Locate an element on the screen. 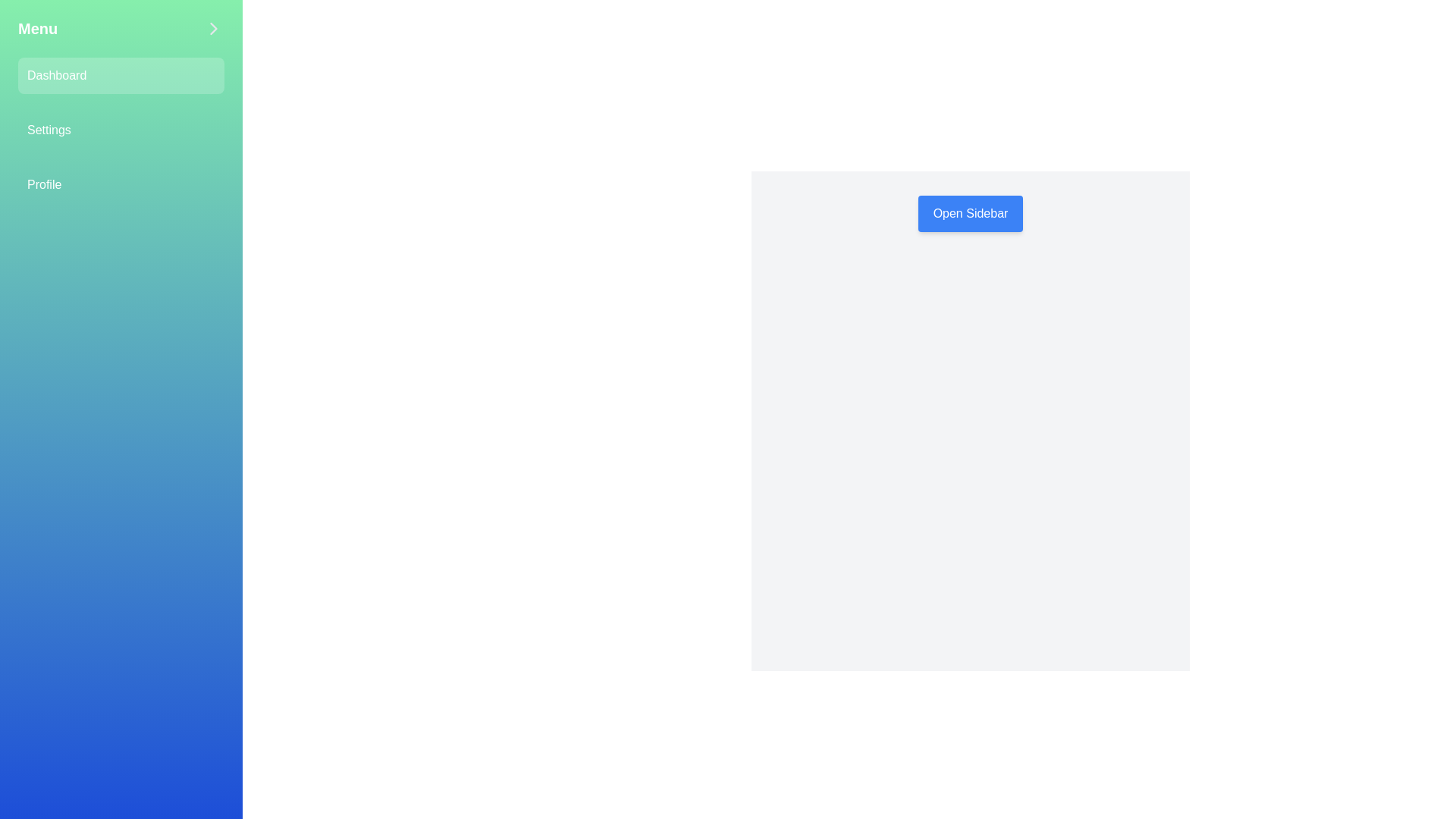  the menu option Settings in the sidebar to navigate to the respective section is located at coordinates (120, 130).